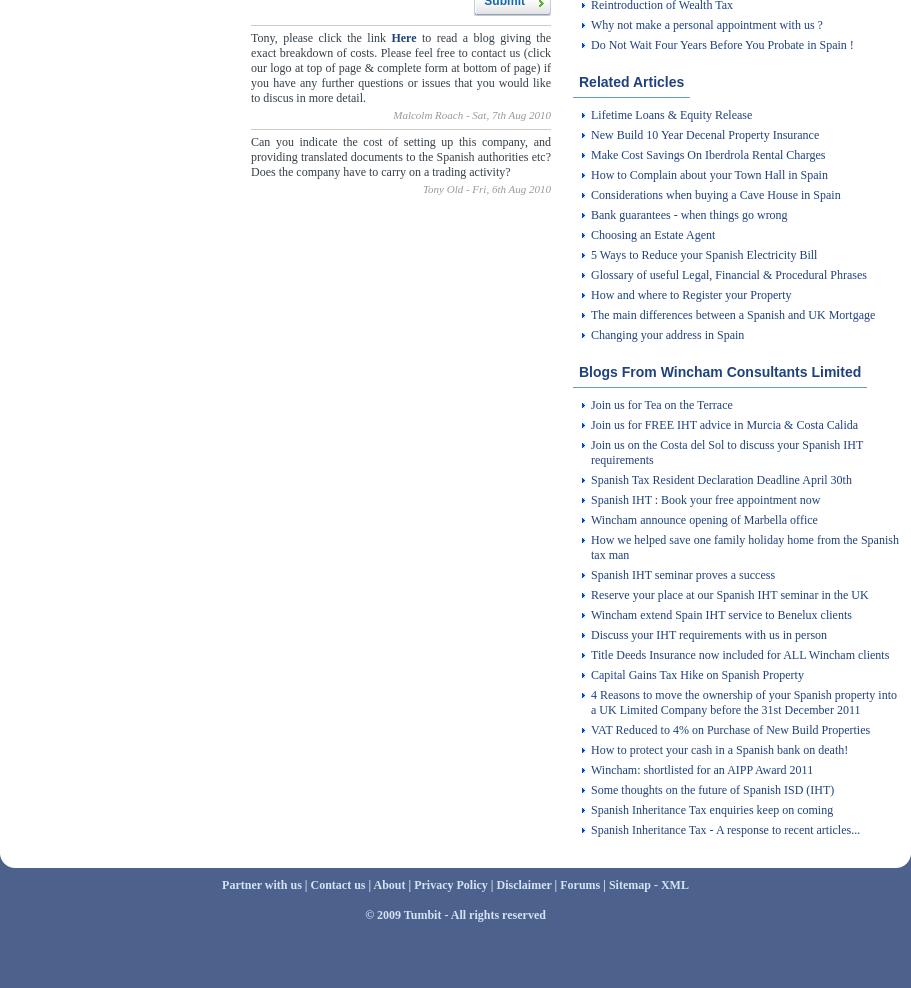 Image resolution: width=911 pixels, height=988 pixels. Describe the element at coordinates (739, 654) in the screenshot. I see `'Title Deeds Insurance now included for ALL Wincham clients'` at that location.